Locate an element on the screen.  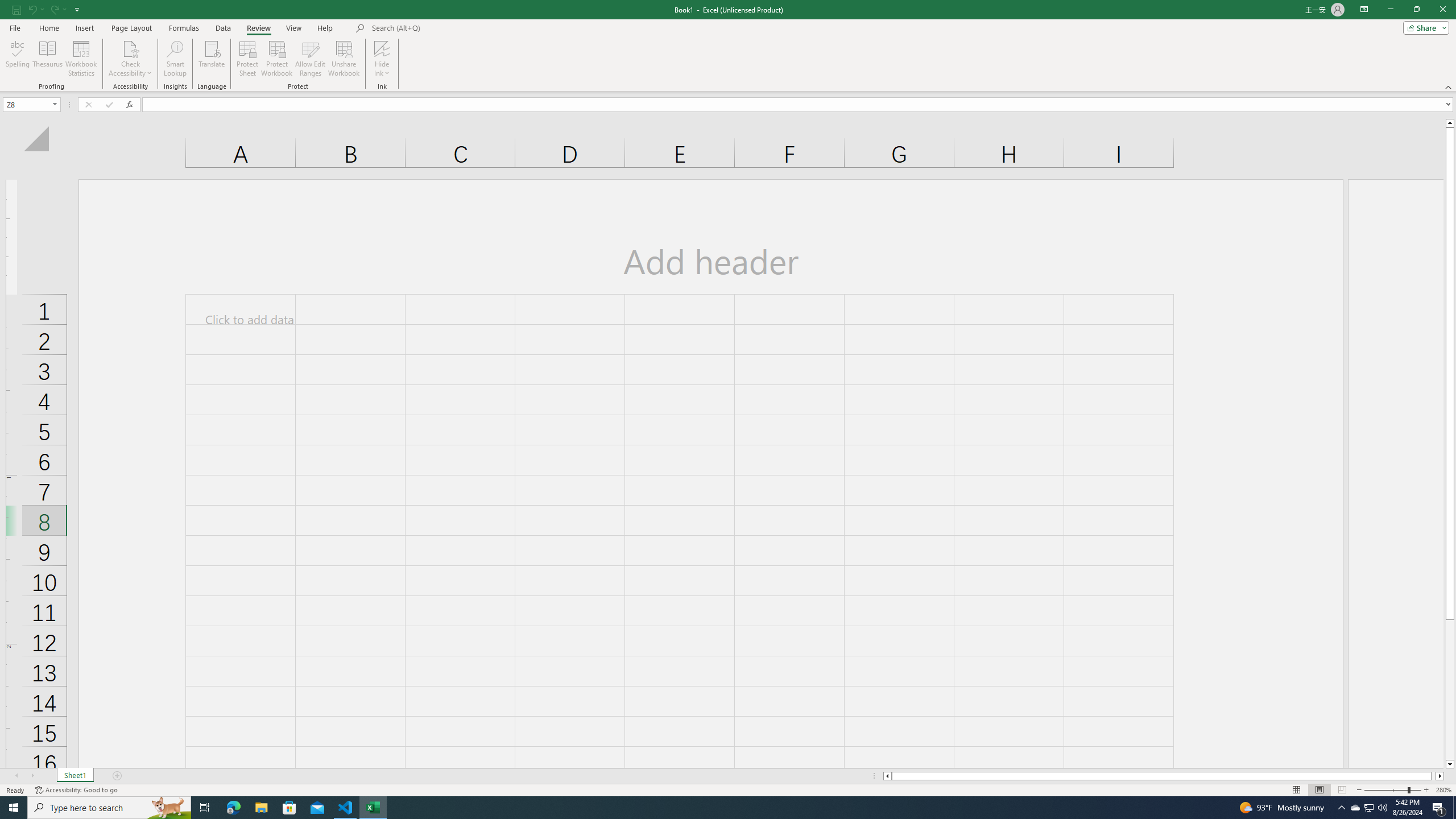
'Translate' is located at coordinates (211, 59).